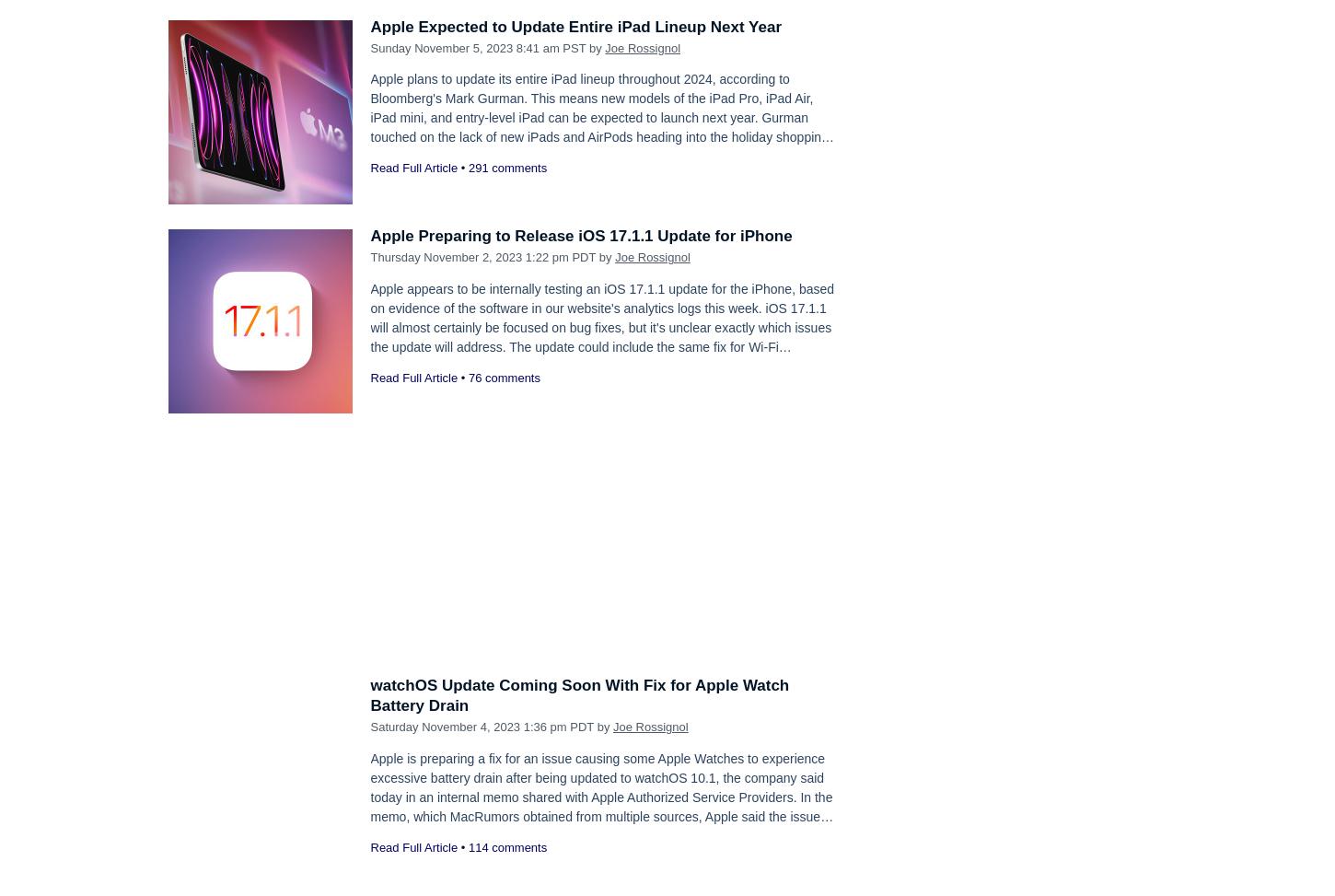 The width and height of the screenshot is (1335, 896). What do you see at coordinates (575, 26) in the screenshot?
I see `'Apple Expected to Update Entire iPad Lineup Next Year'` at bounding box center [575, 26].